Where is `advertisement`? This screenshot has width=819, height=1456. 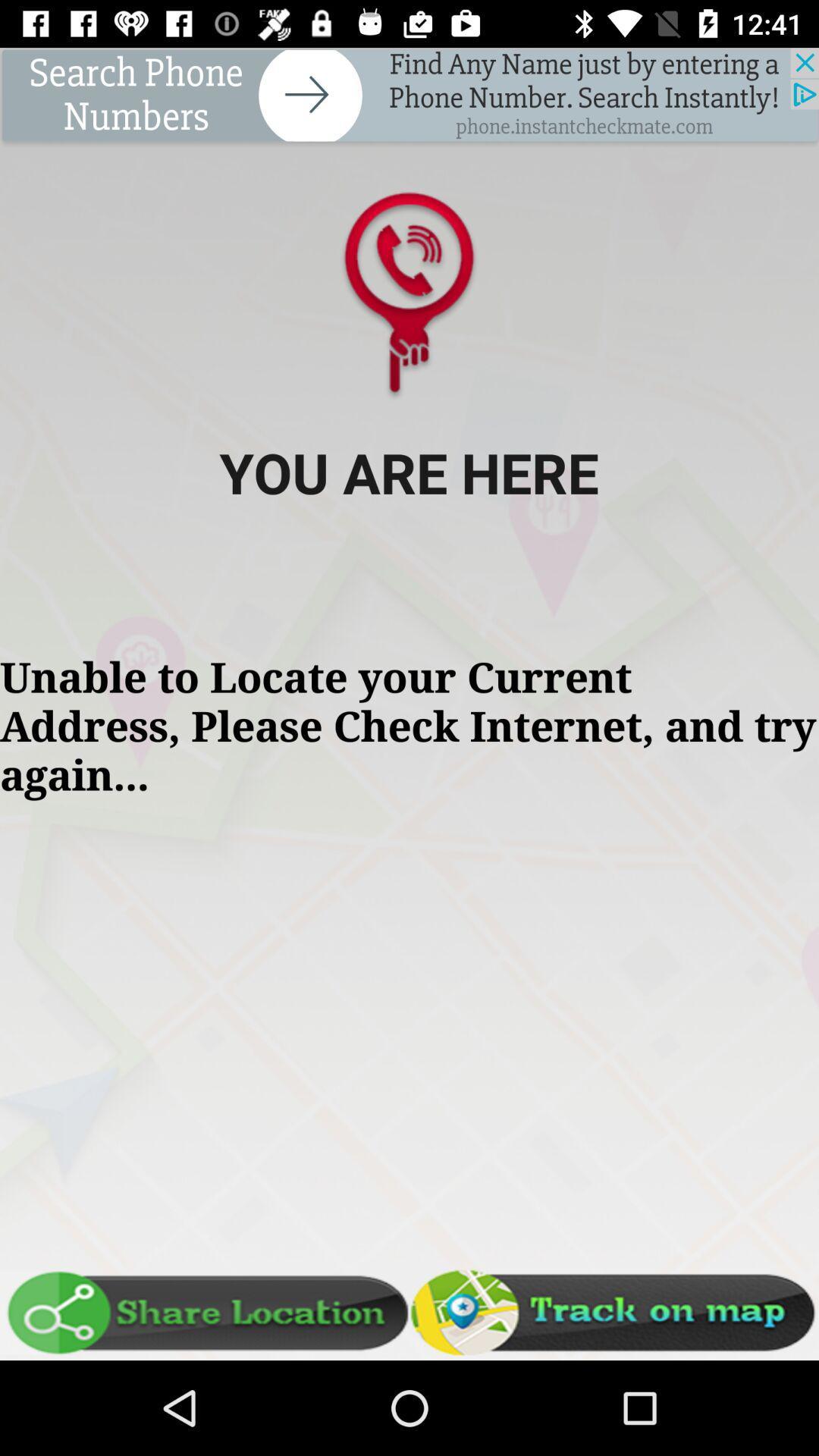
advertisement is located at coordinates (409, 96).